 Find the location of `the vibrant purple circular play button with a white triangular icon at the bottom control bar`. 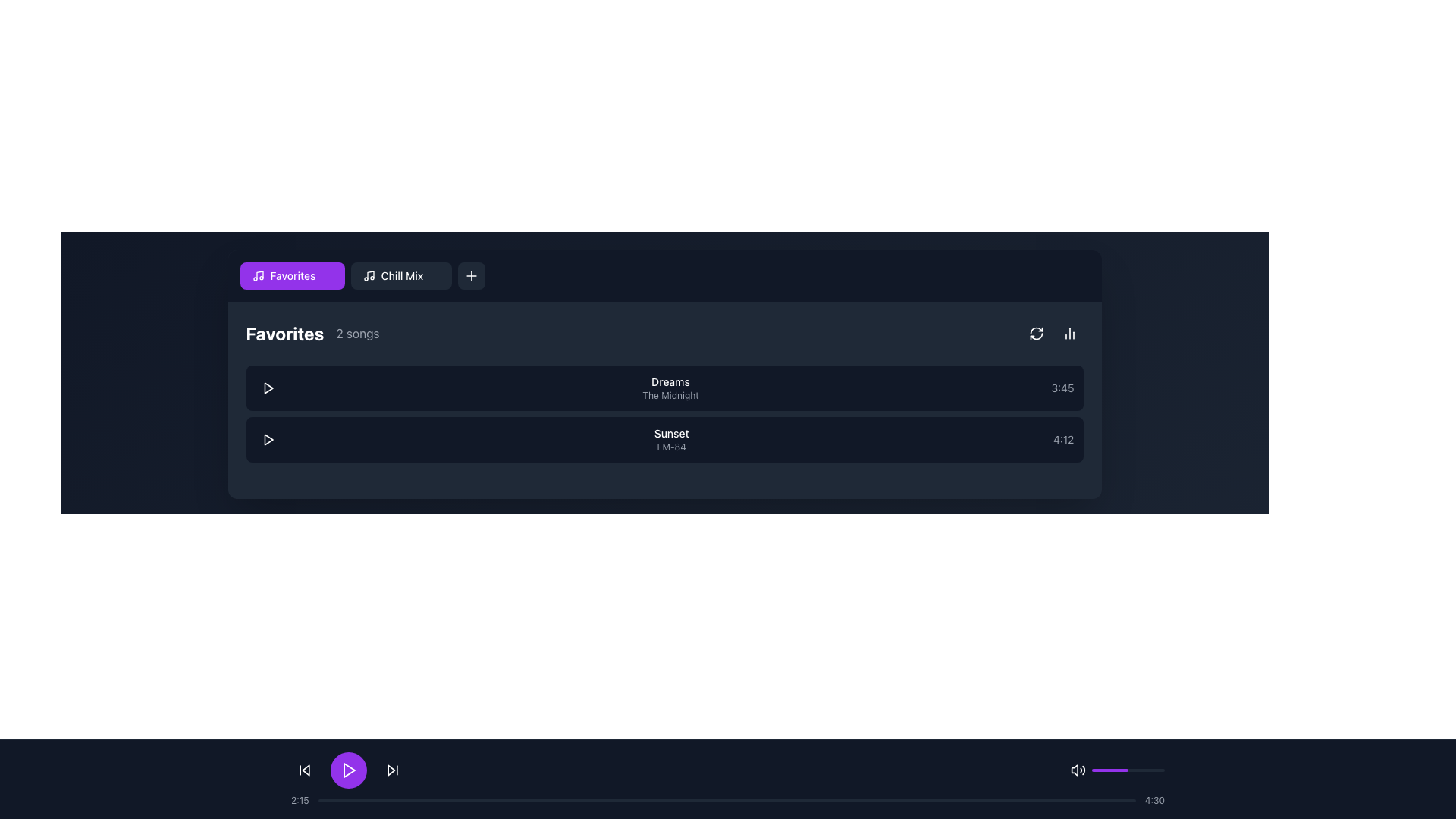

the vibrant purple circular play button with a white triangular icon at the bottom control bar is located at coordinates (348, 770).